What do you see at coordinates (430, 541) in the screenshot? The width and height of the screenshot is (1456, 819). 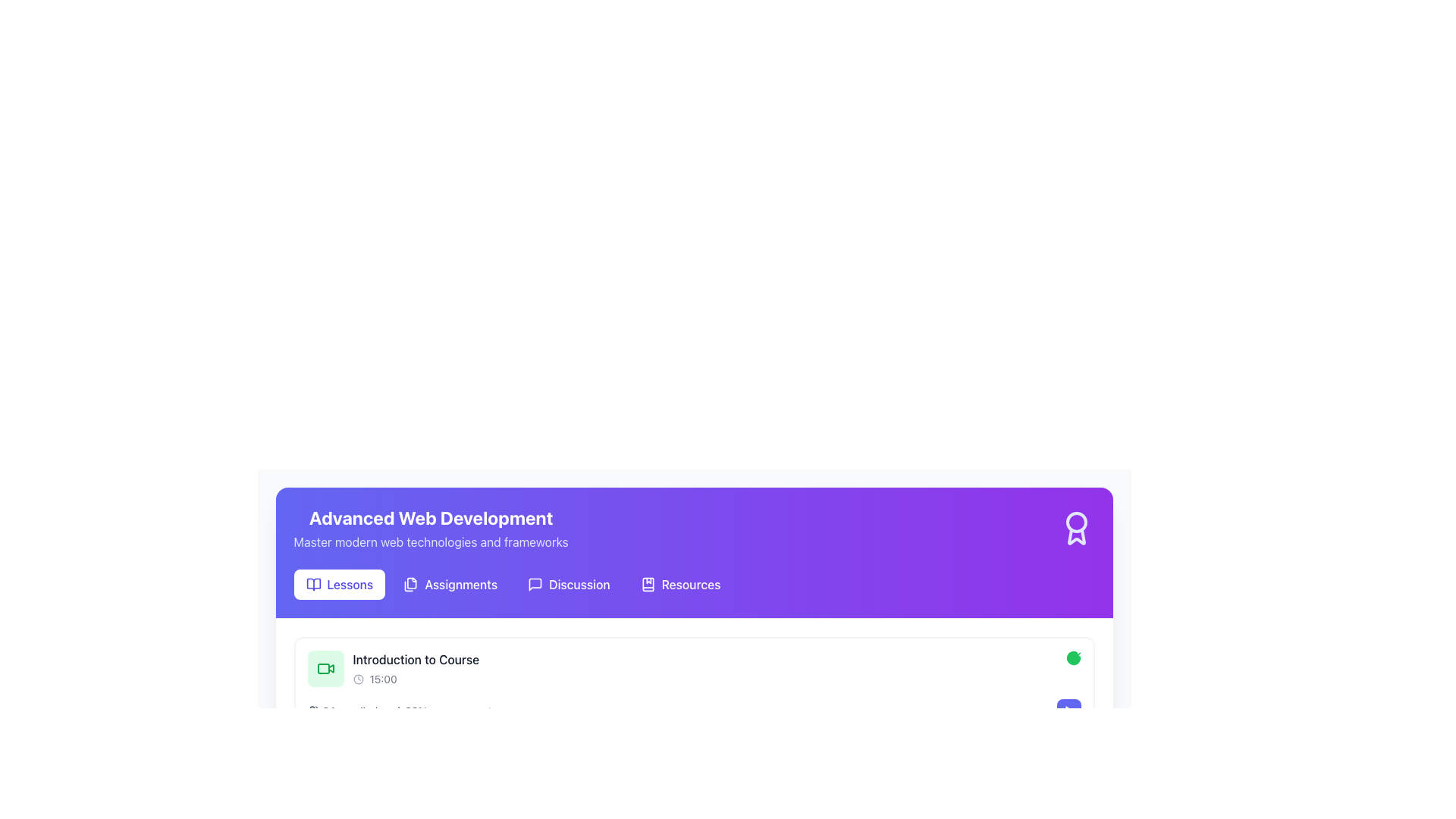 I see `the text label positioned below the title 'Advanced Web Development', which serves as a descriptive subtitle for additional context` at bounding box center [430, 541].